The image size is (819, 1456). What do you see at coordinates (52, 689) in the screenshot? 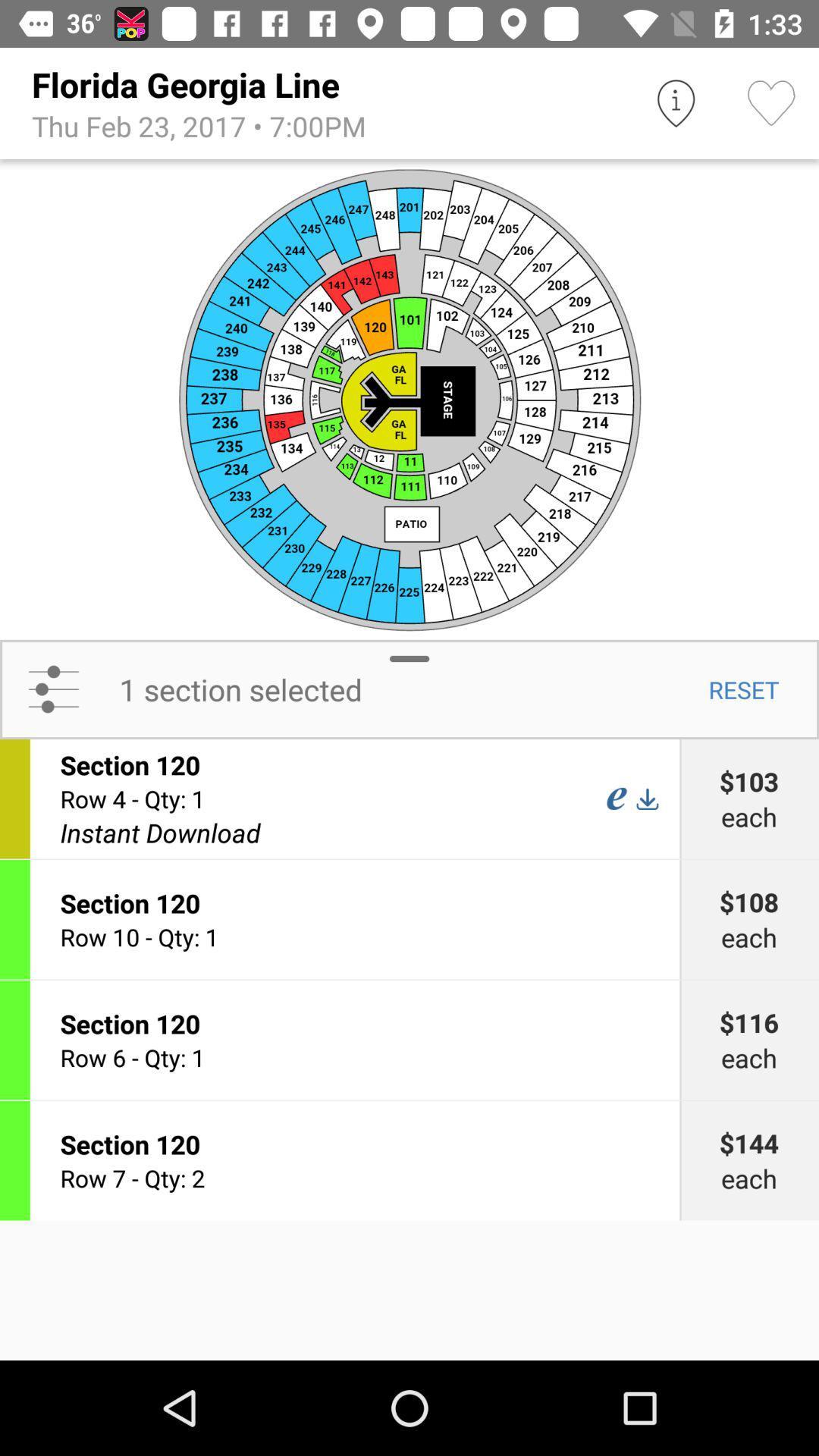
I see `the sliders icon` at bounding box center [52, 689].